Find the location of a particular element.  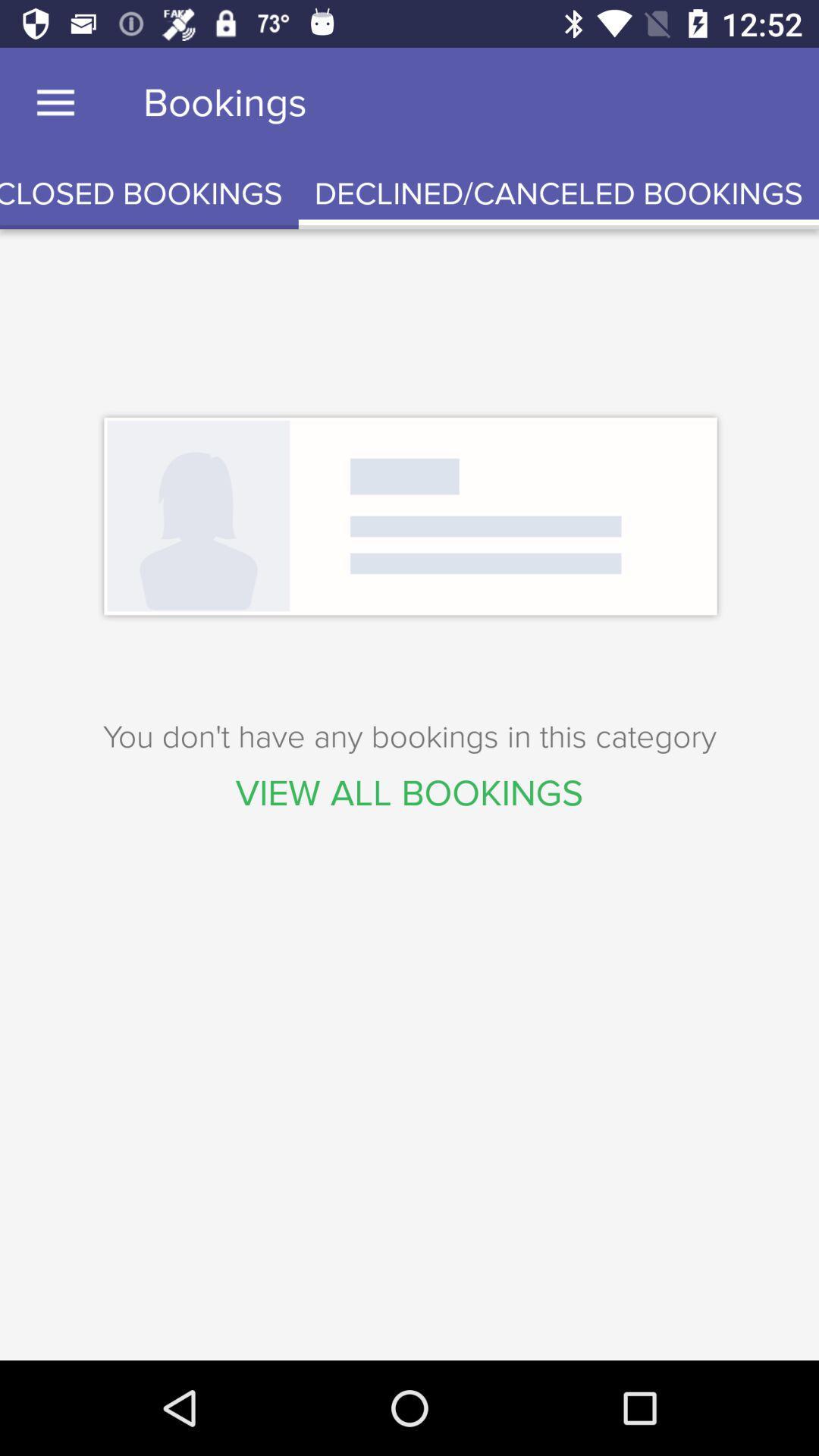

icon next to expired/closed bookings icon is located at coordinates (558, 193).